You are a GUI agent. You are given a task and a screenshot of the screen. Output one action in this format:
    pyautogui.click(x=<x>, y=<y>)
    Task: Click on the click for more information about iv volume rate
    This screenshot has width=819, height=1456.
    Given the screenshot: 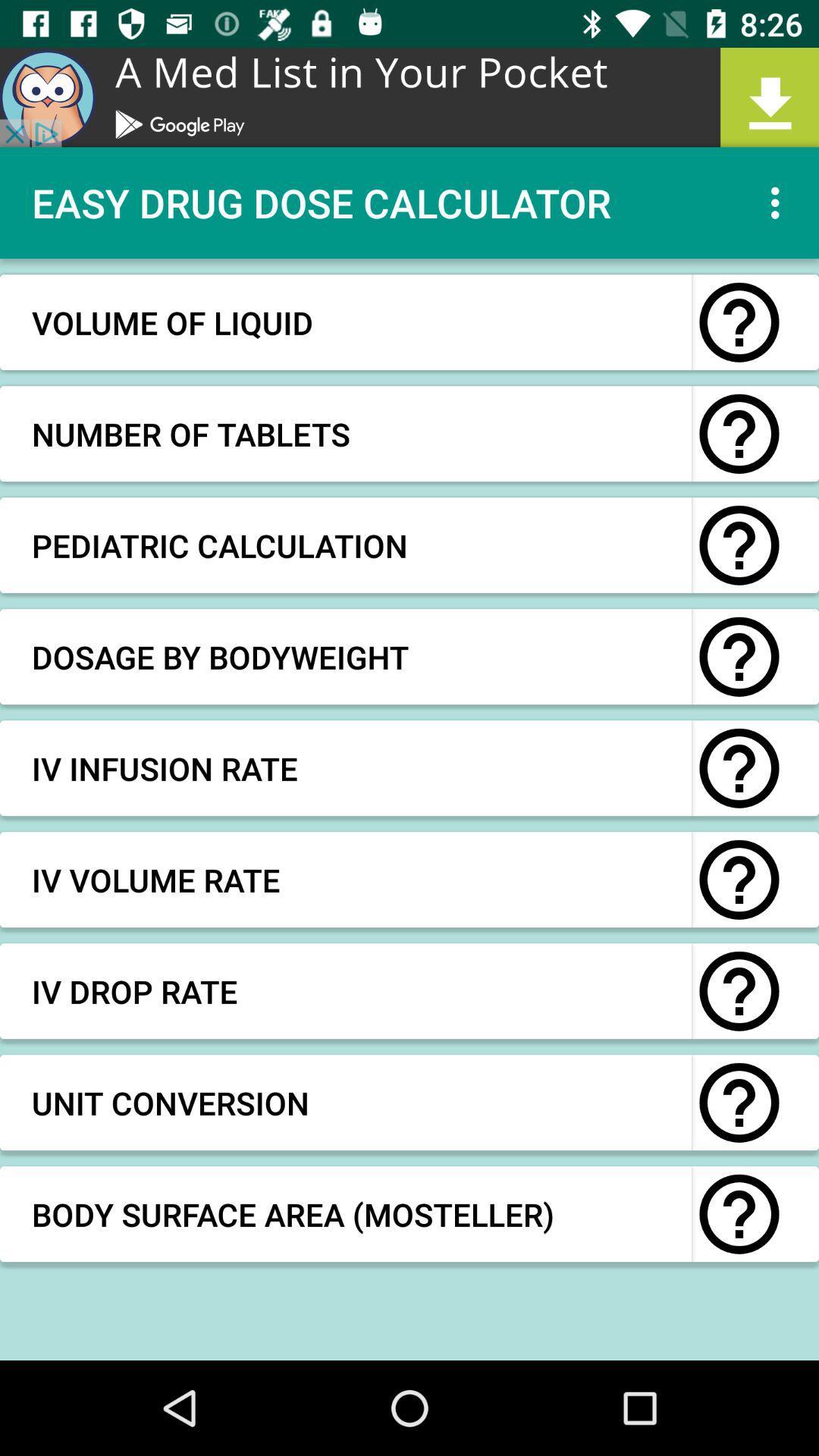 What is the action you would take?
    pyautogui.click(x=739, y=880)
    